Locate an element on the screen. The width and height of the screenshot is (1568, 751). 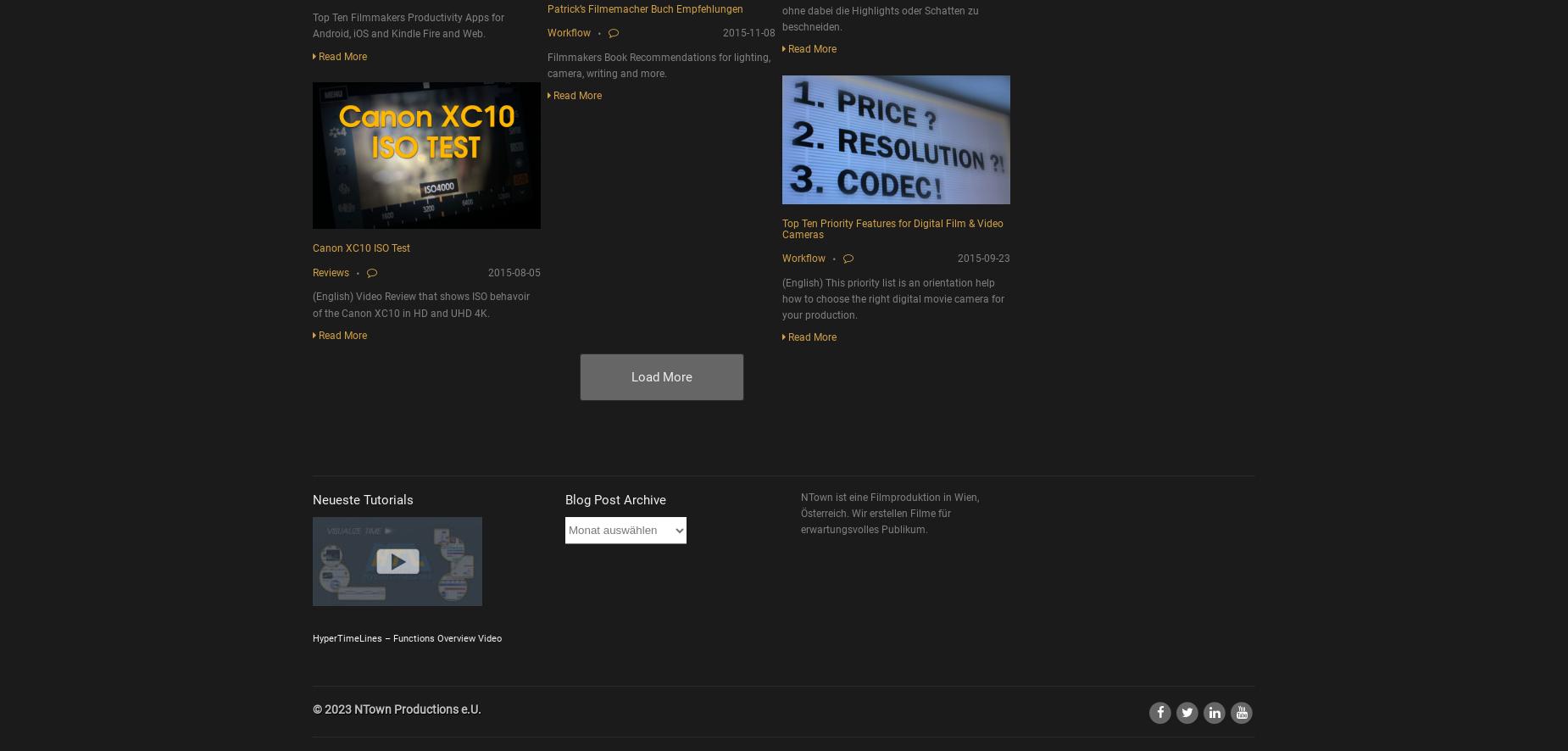
'Filmmakers Book Recommendations for lighting, camera, writing and more.' is located at coordinates (659, 64).